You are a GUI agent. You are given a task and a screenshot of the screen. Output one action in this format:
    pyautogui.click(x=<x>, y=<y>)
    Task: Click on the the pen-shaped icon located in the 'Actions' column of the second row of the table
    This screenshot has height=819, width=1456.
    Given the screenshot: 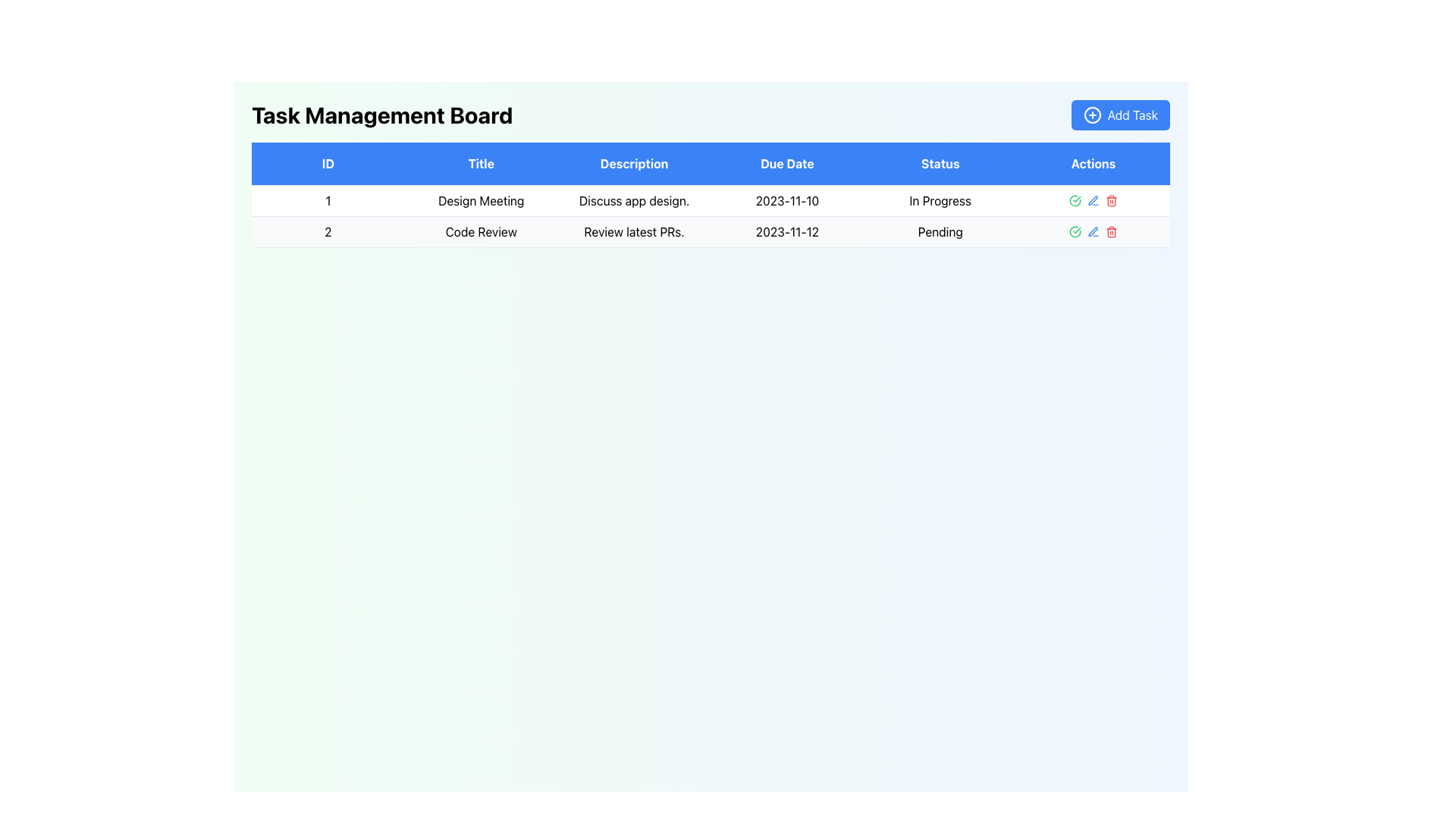 What is the action you would take?
    pyautogui.click(x=1093, y=231)
    